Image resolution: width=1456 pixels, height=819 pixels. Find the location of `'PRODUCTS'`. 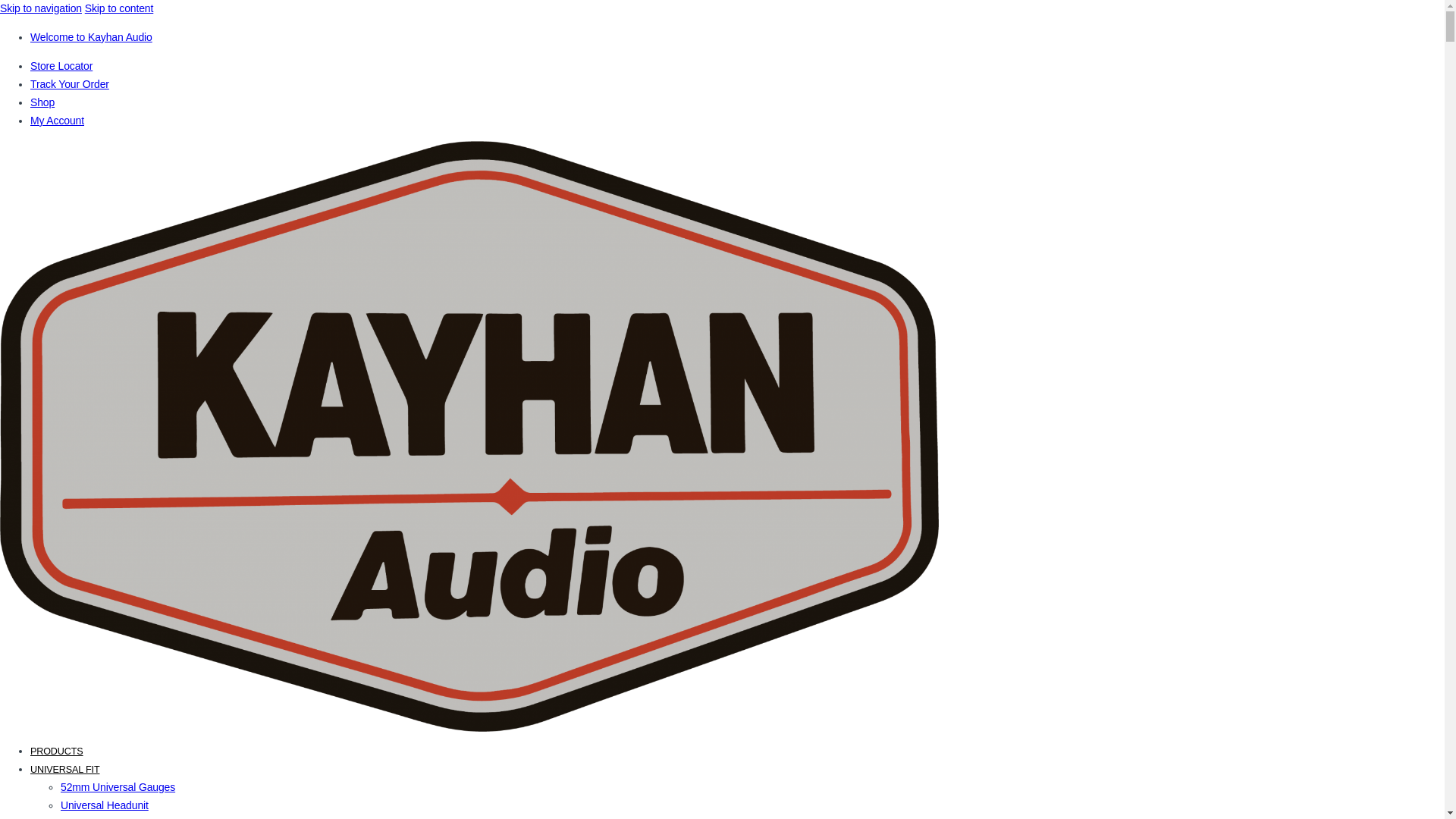

'PRODUCTS' is located at coordinates (30, 752).